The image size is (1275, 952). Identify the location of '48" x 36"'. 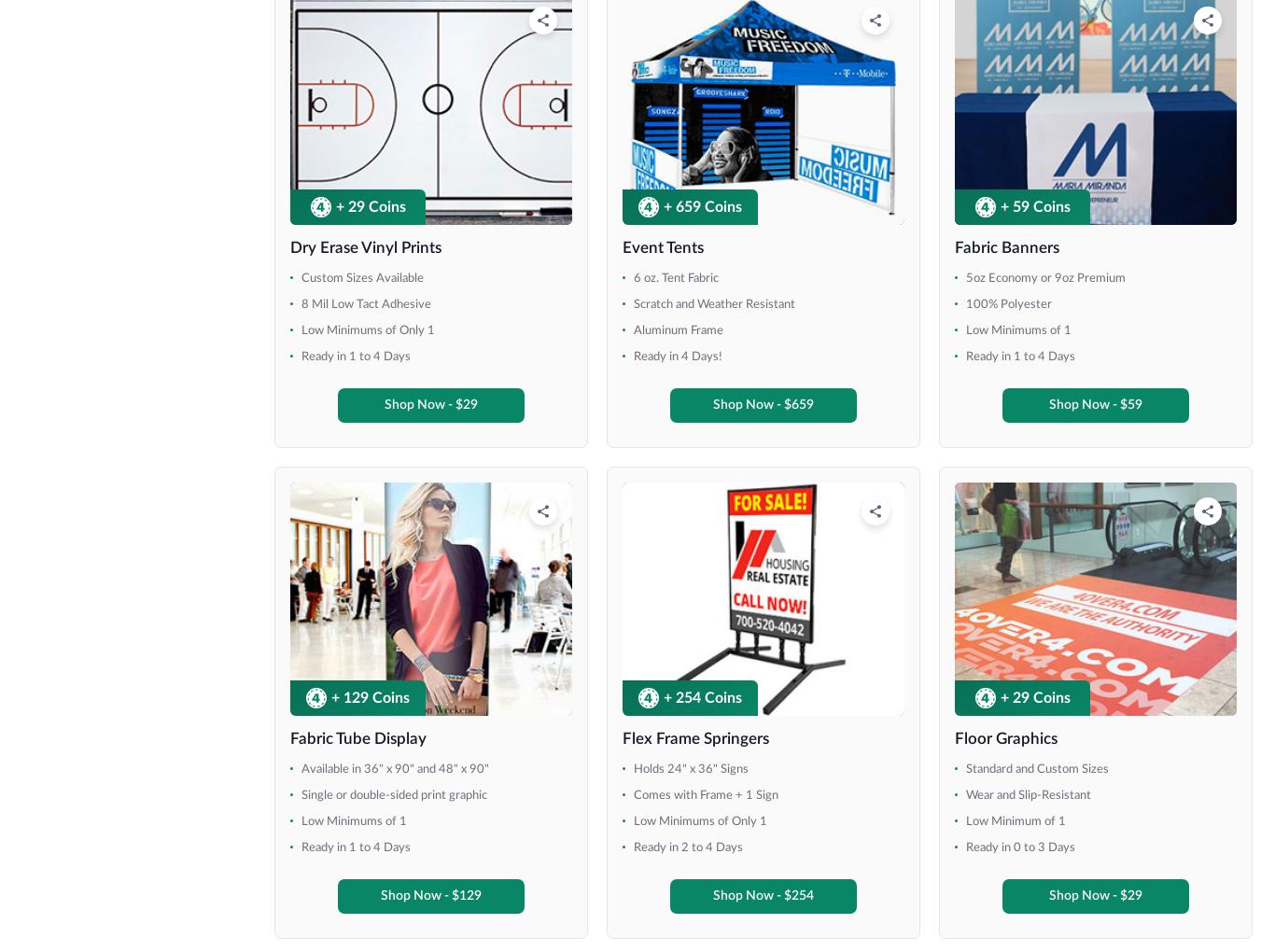
(77, 20).